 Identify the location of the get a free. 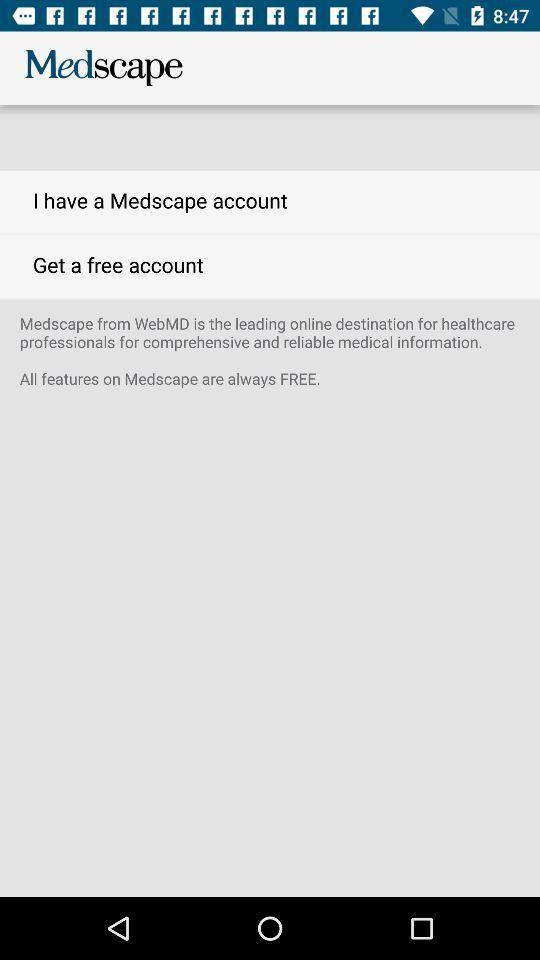
(270, 265).